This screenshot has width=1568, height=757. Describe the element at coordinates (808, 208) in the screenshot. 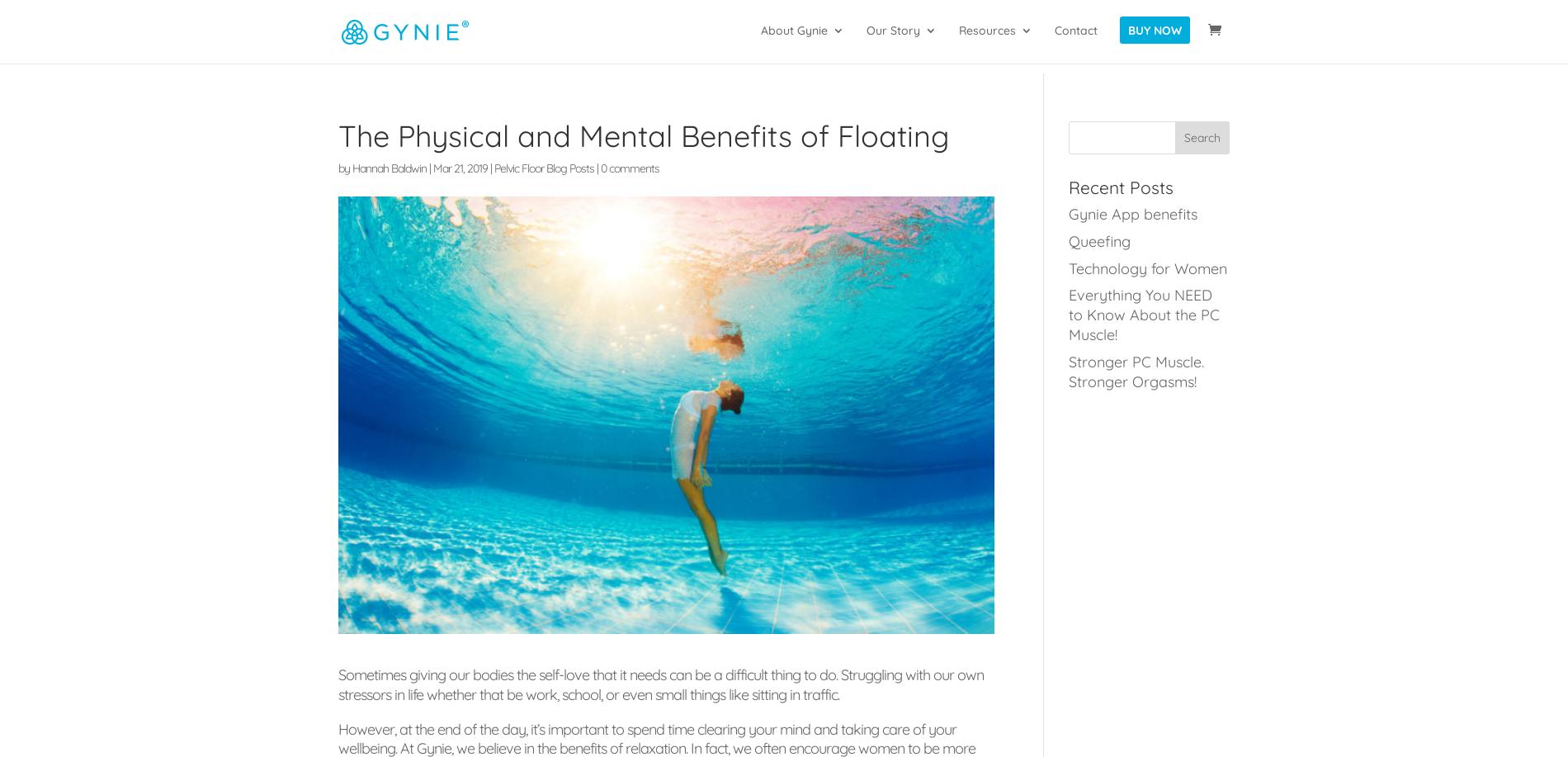

I see `'FAQs'` at that location.